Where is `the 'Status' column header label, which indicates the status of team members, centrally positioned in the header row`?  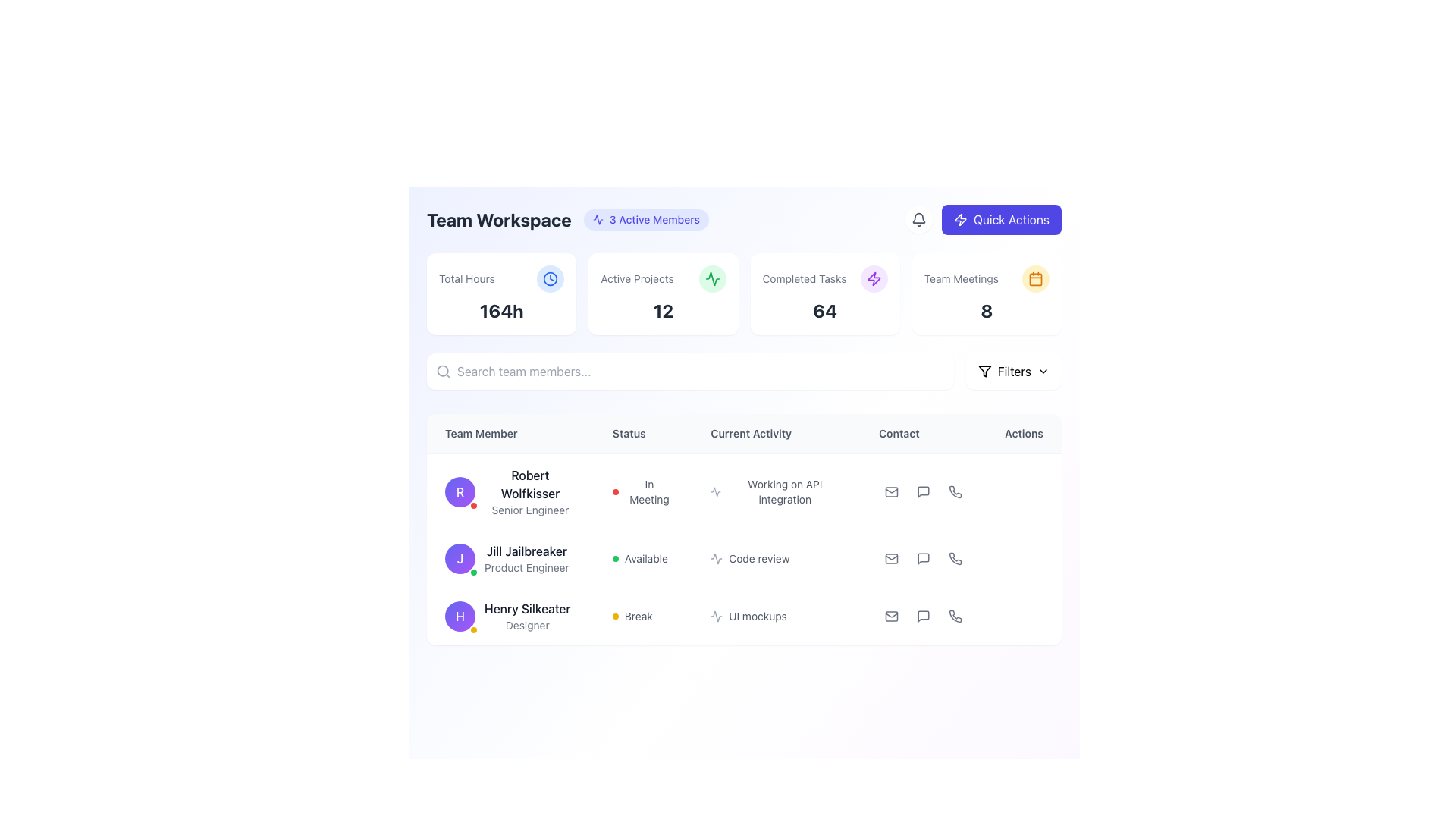 the 'Status' column header label, which indicates the status of team members, centrally positioned in the header row is located at coordinates (643, 434).